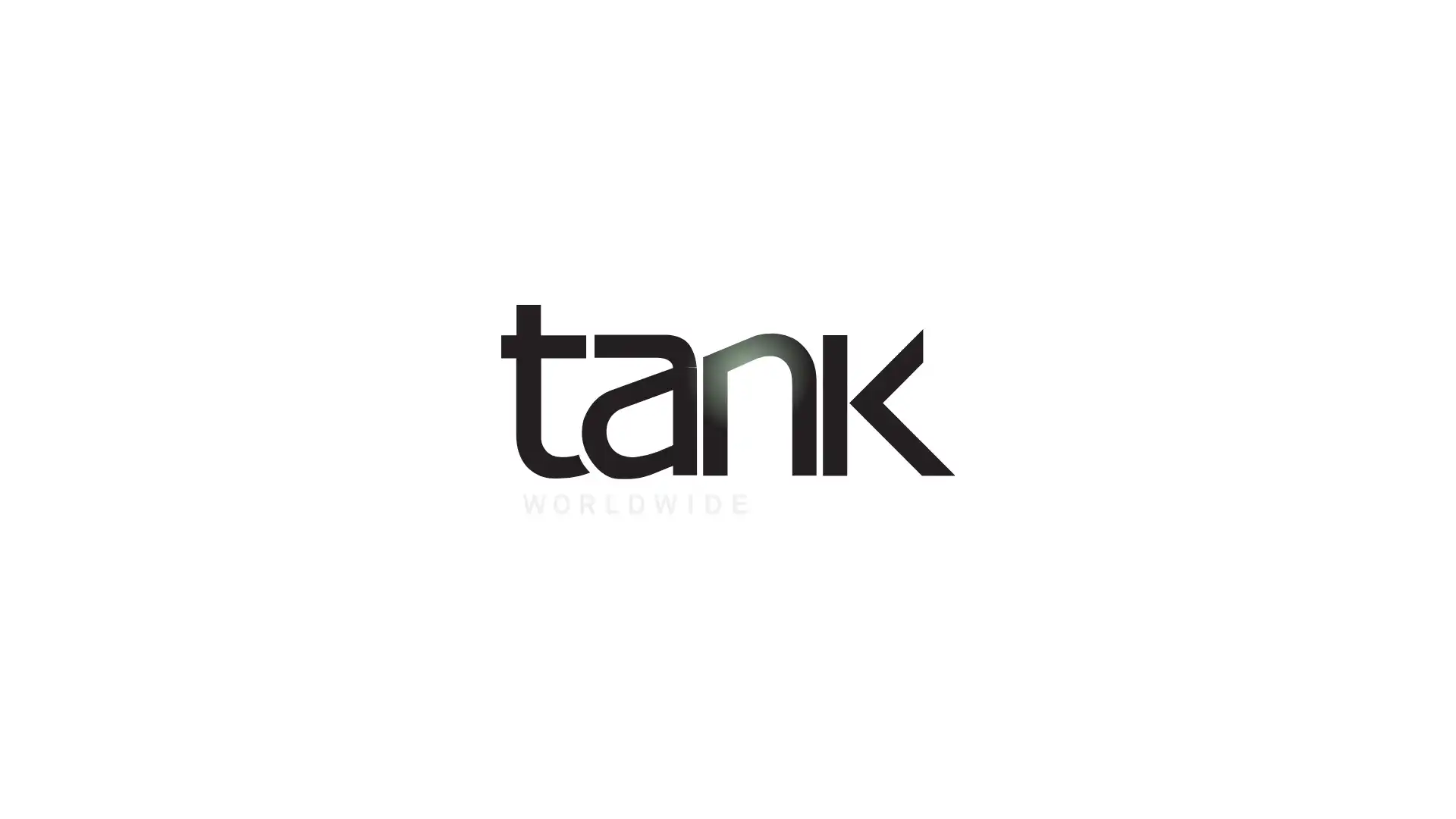 Image resolution: width=1456 pixels, height=819 pixels. Describe the element at coordinates (996, 795) in the screenshot. I see `Cookies Settings` at that location.